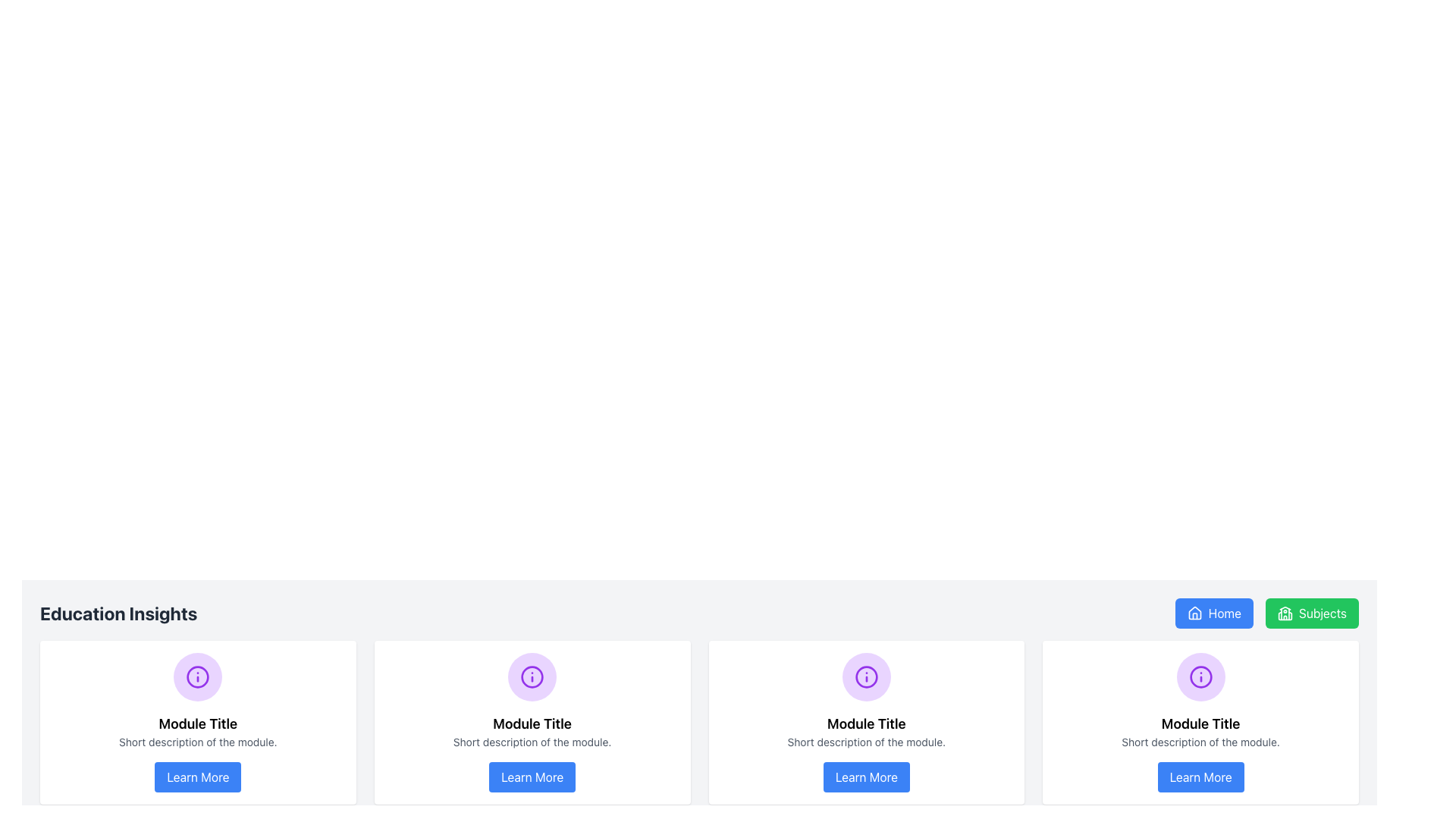 This screenshot has height=819, width=1456. What do you see at coordinates (197, 676) in the screenshot?
I see `the decorative element located in the center of the first module card, positioned above the title 'Module Title'` at bounding box center [197, 676].